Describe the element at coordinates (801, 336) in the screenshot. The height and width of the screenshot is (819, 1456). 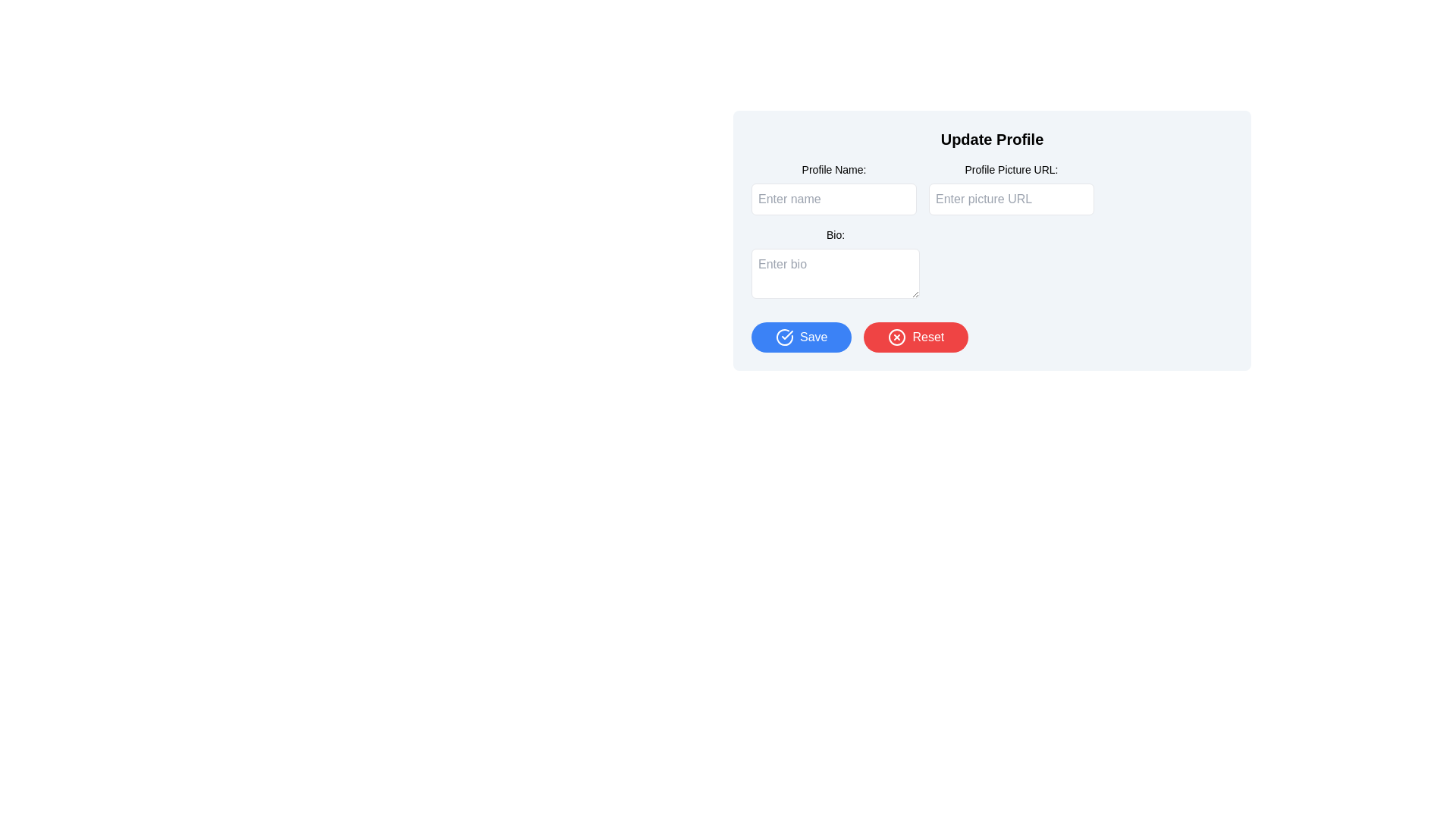
I see `the 'Save' button, which has a blue background and white text` at that location.